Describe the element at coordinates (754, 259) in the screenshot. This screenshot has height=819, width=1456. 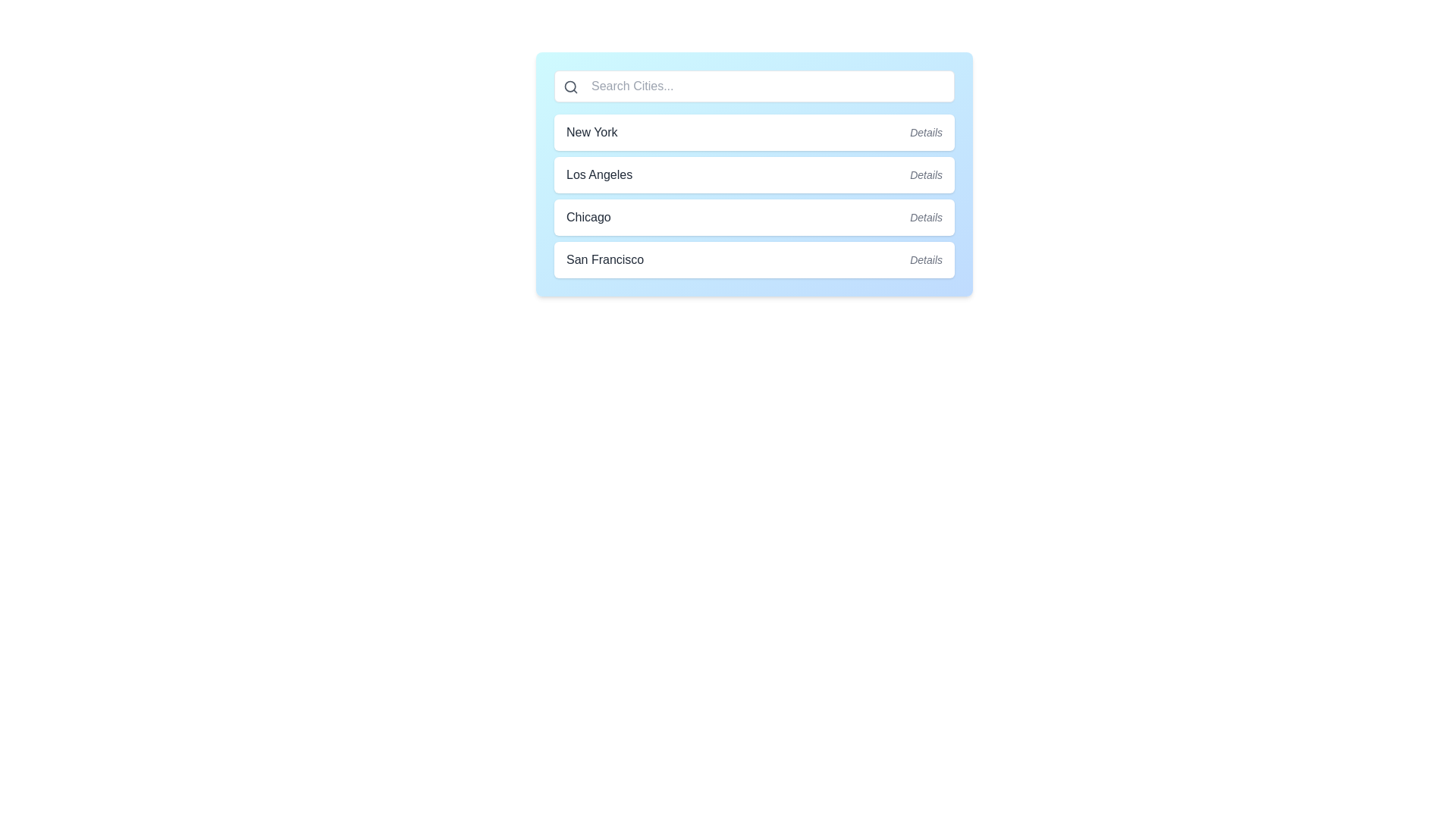
I see `the interactive list item for 'San Francisco'` at that location.